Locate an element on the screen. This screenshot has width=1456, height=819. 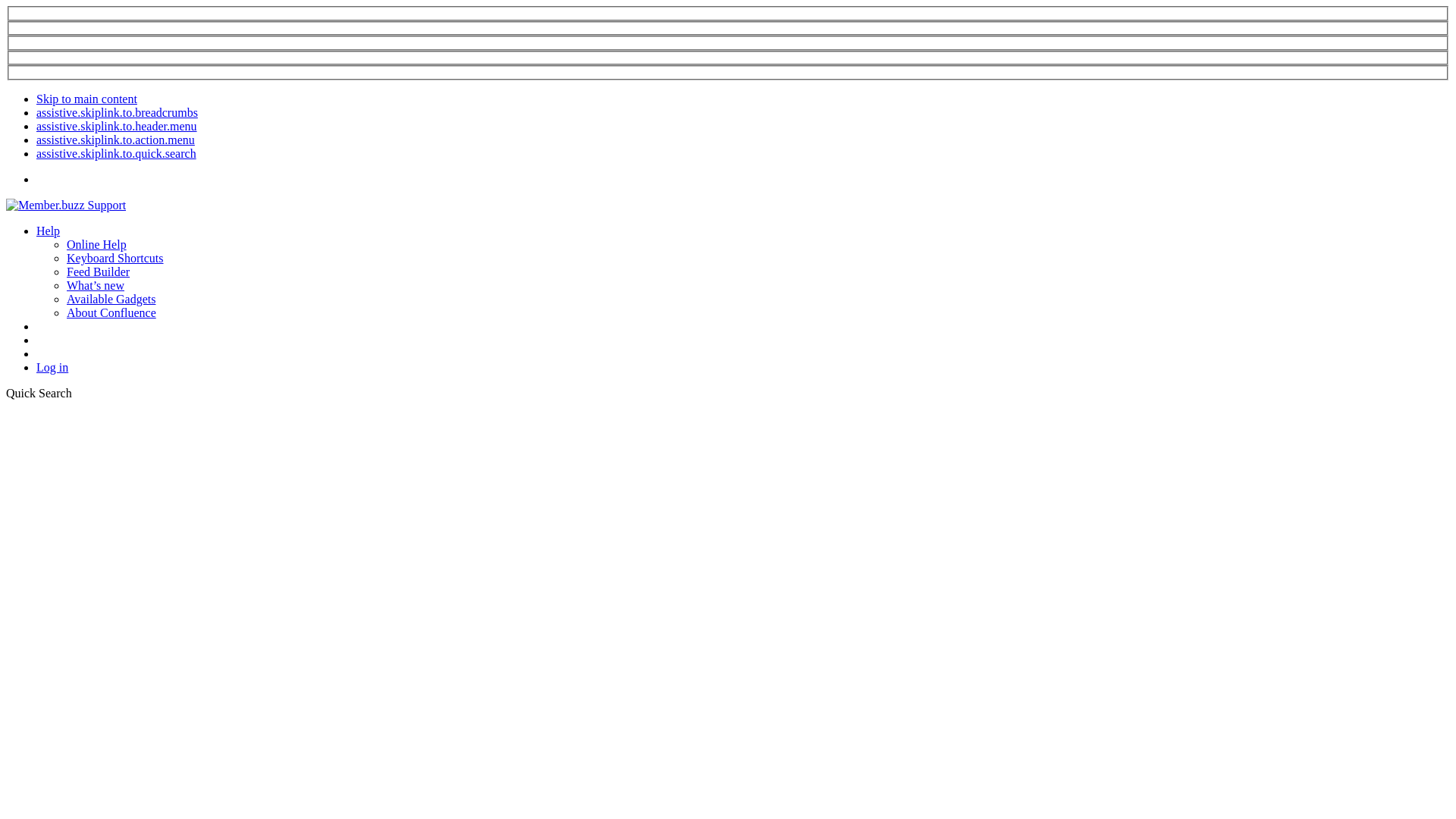
'assistive.skiplink.to.breadcrumbs' is located at coordinates (116, 111).